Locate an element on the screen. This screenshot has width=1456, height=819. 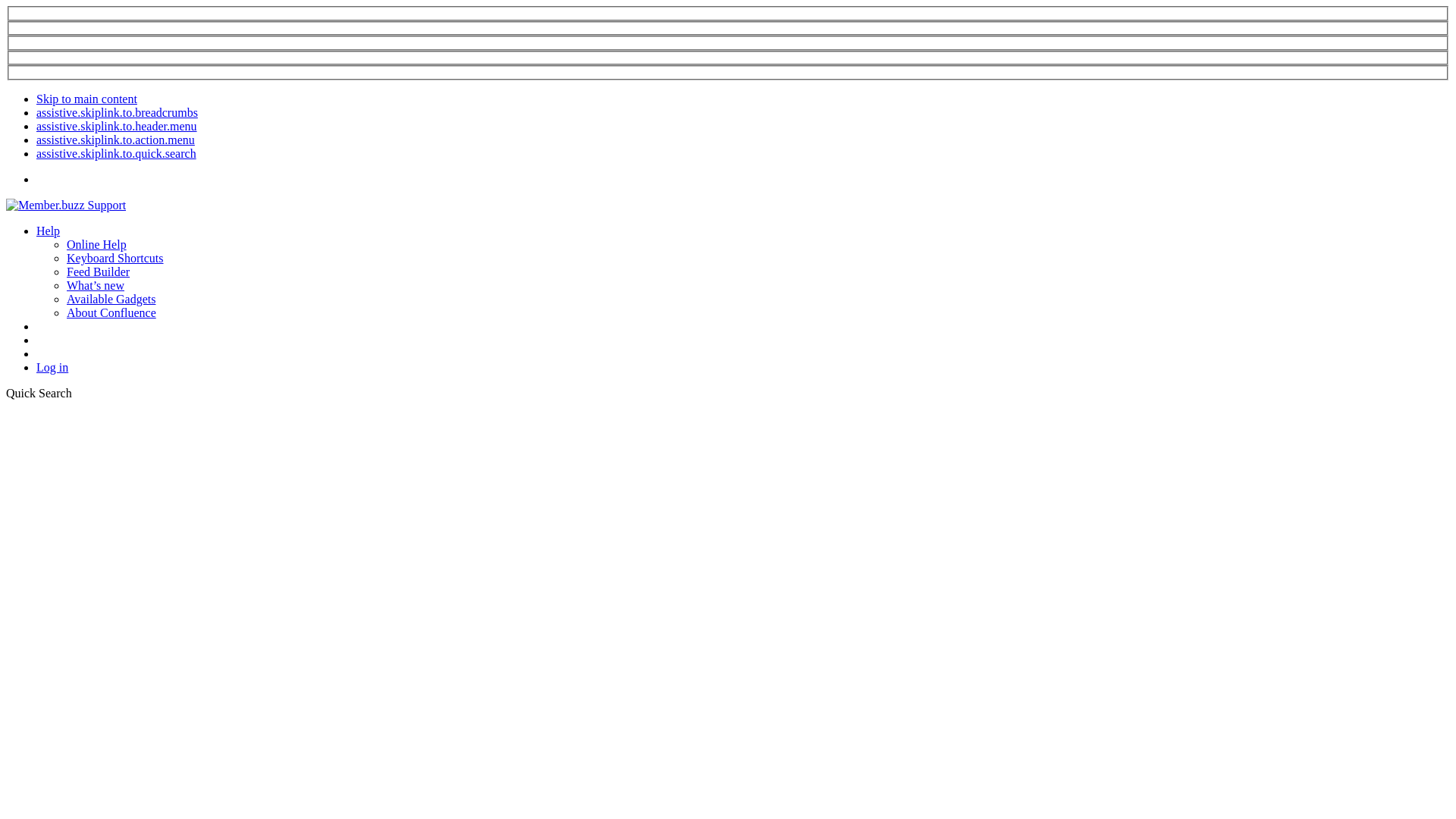
'assistive.skiplink.to.breadcrumbs' is located at coordinates (116, 111).